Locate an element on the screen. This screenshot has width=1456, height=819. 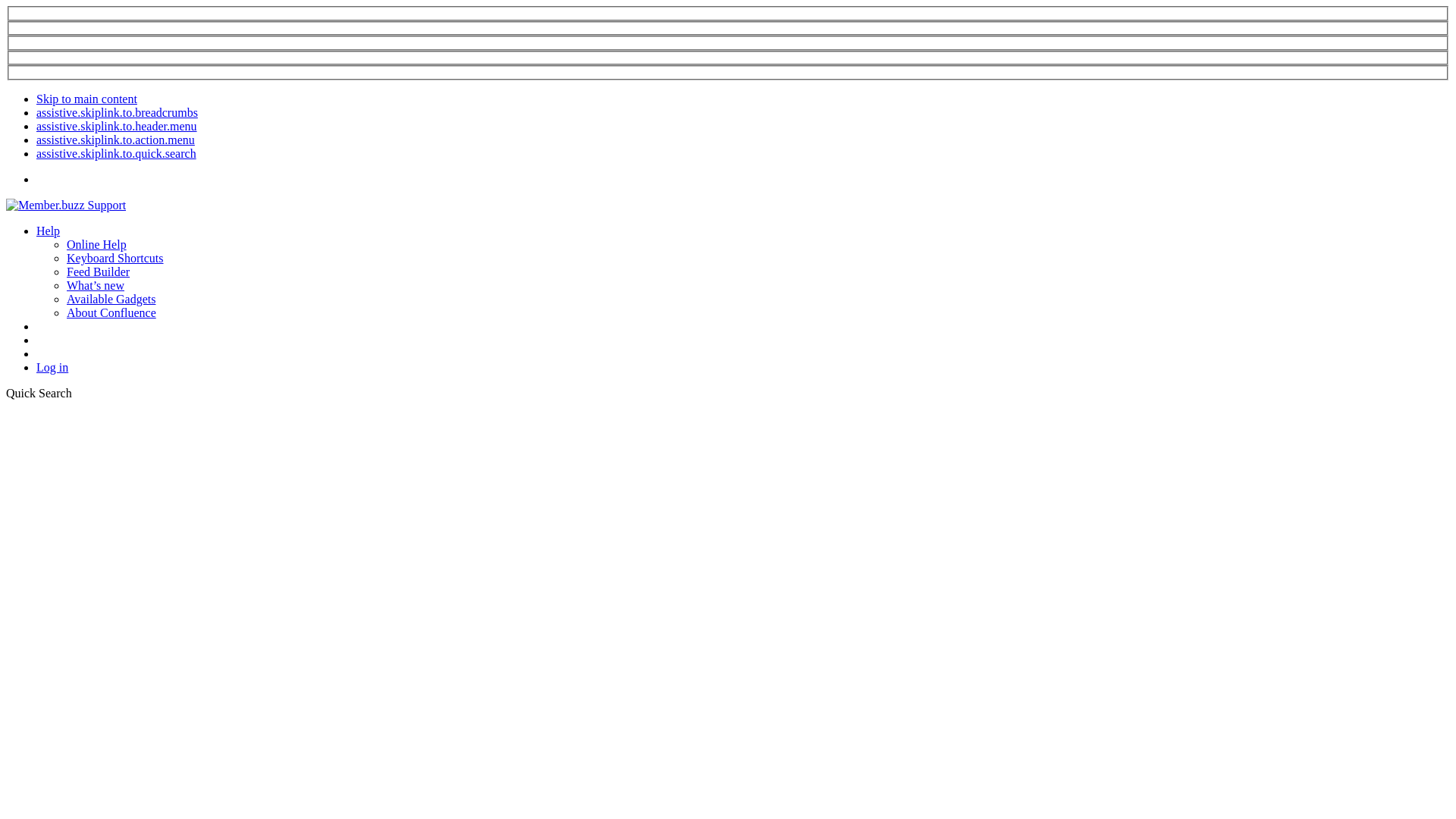
'assistive.skiplink.to.breadcrumbs' is located at coordinates (116, 111).